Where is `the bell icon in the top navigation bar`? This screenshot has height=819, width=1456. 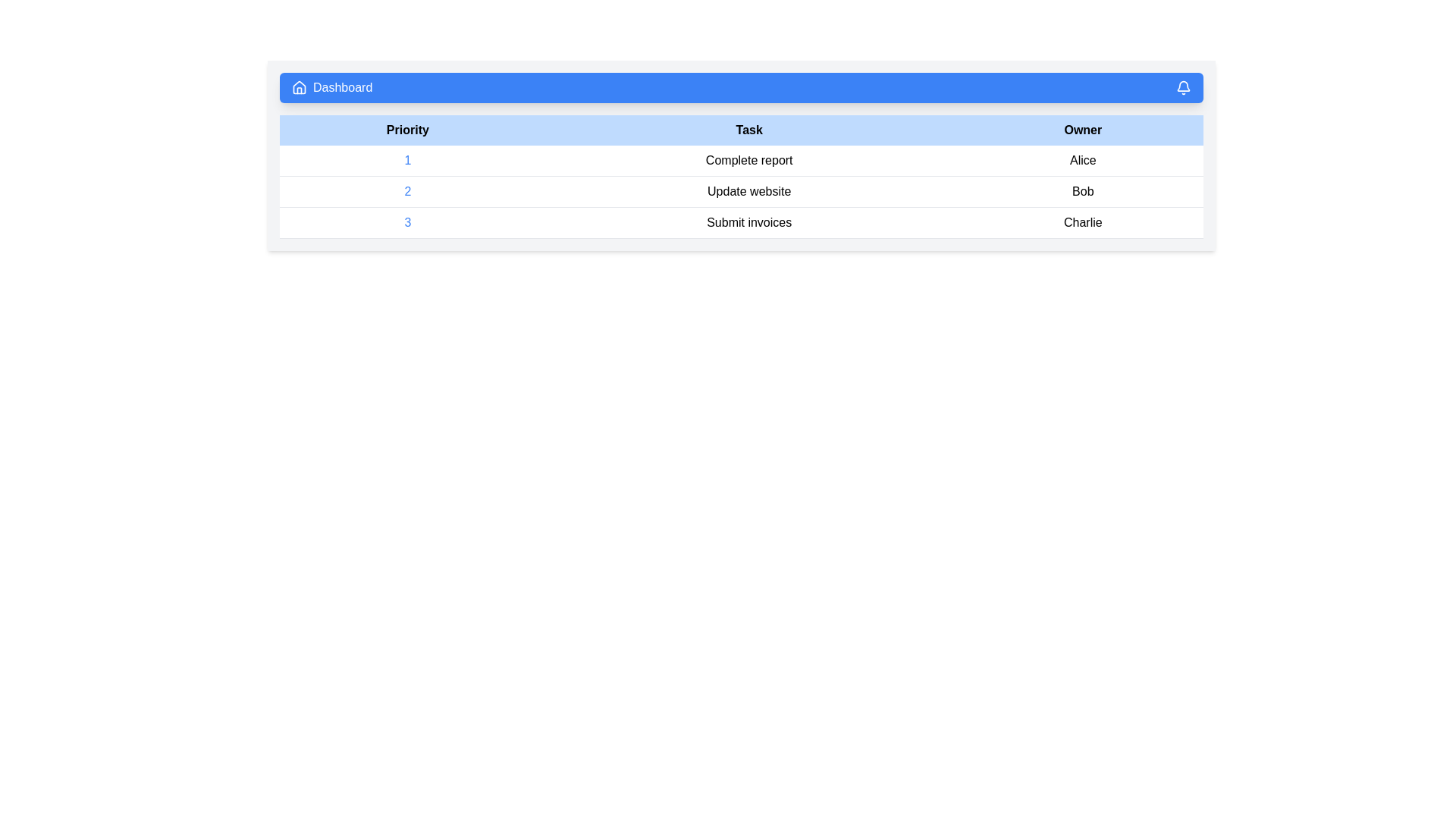
the bell icon in the top navigation bar is located at coordinates (1182, 87).